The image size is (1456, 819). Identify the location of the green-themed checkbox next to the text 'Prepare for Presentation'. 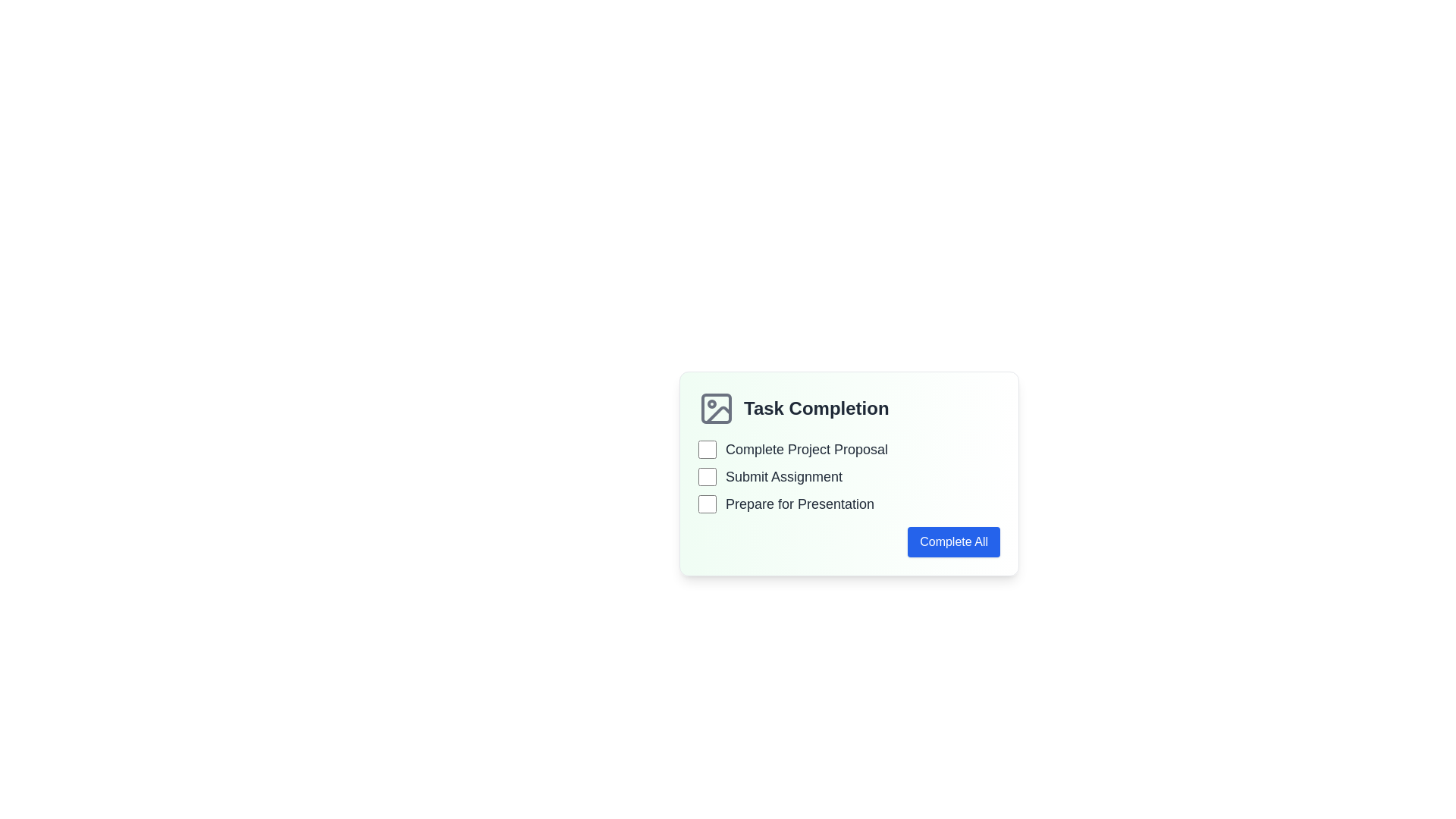
(706, 504).